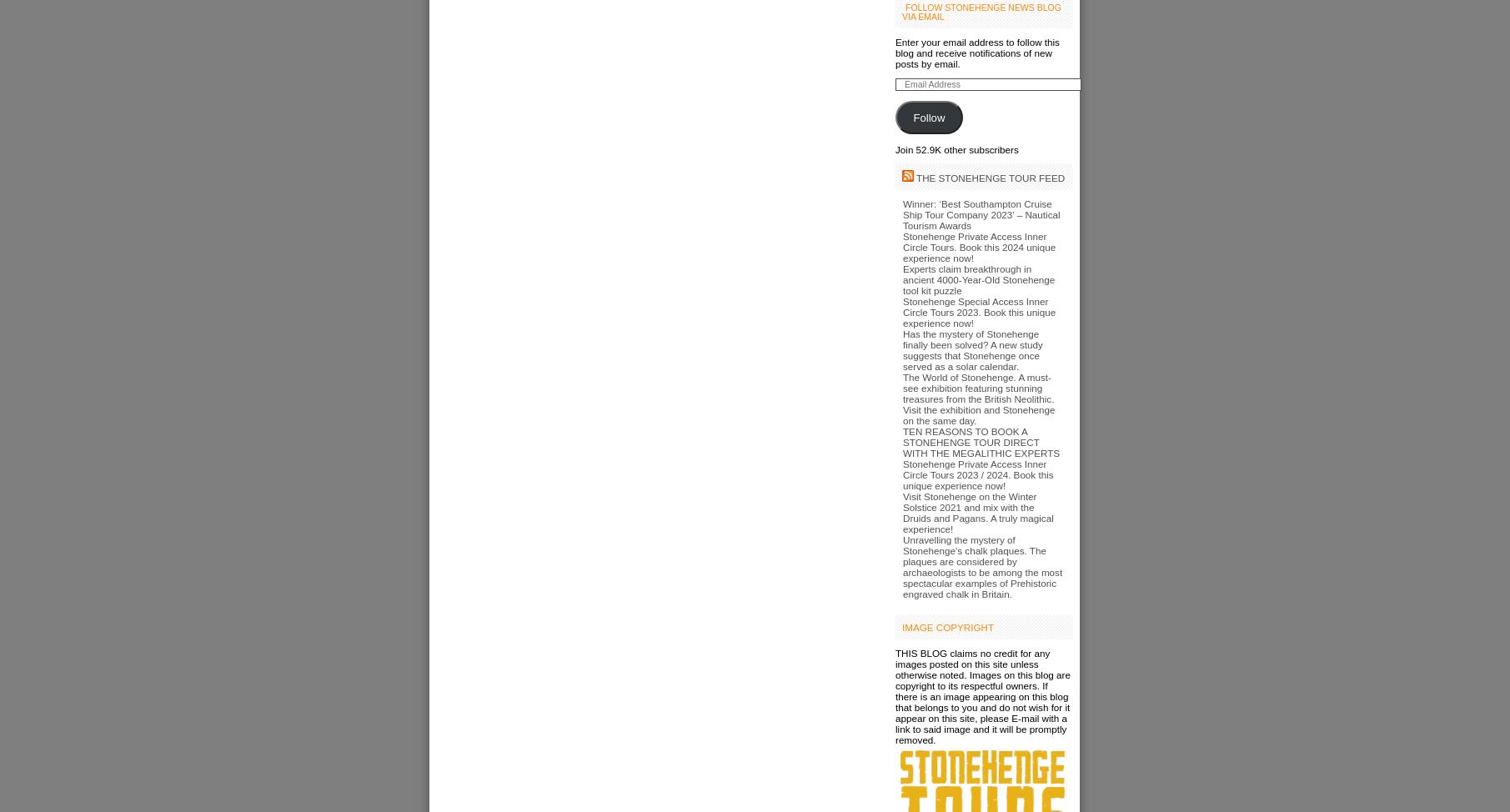  Describe the element at coordinates (980, 12) in the screenshot. I see `'Follow Stonehenge News Blog via Email'` at that location.